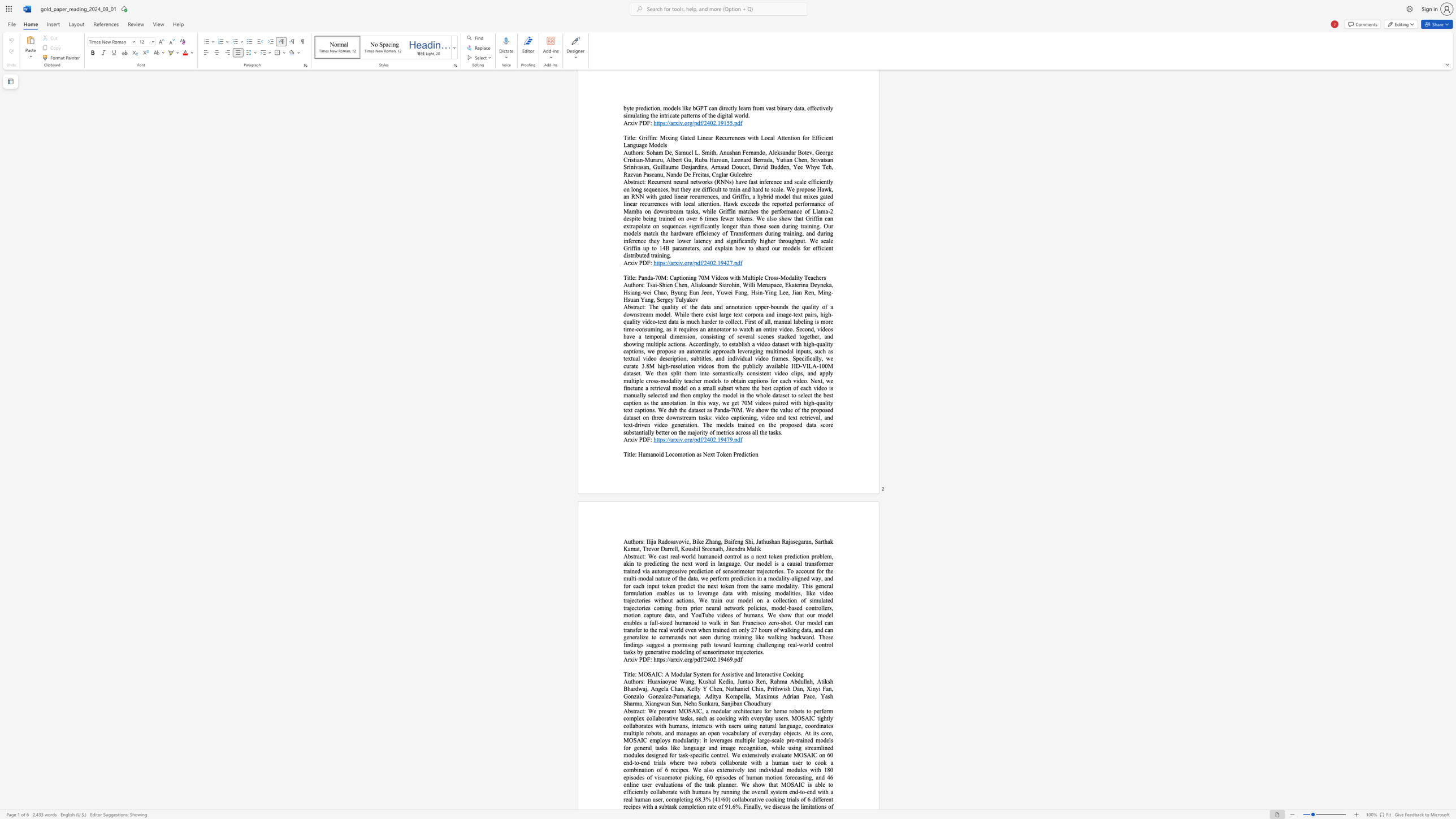  What do you see at coordinates (647, 439) in the screenshot?
I see `the subset text "F:" within the text "Arxiv PDF:"` at bounding box center [647, 439].